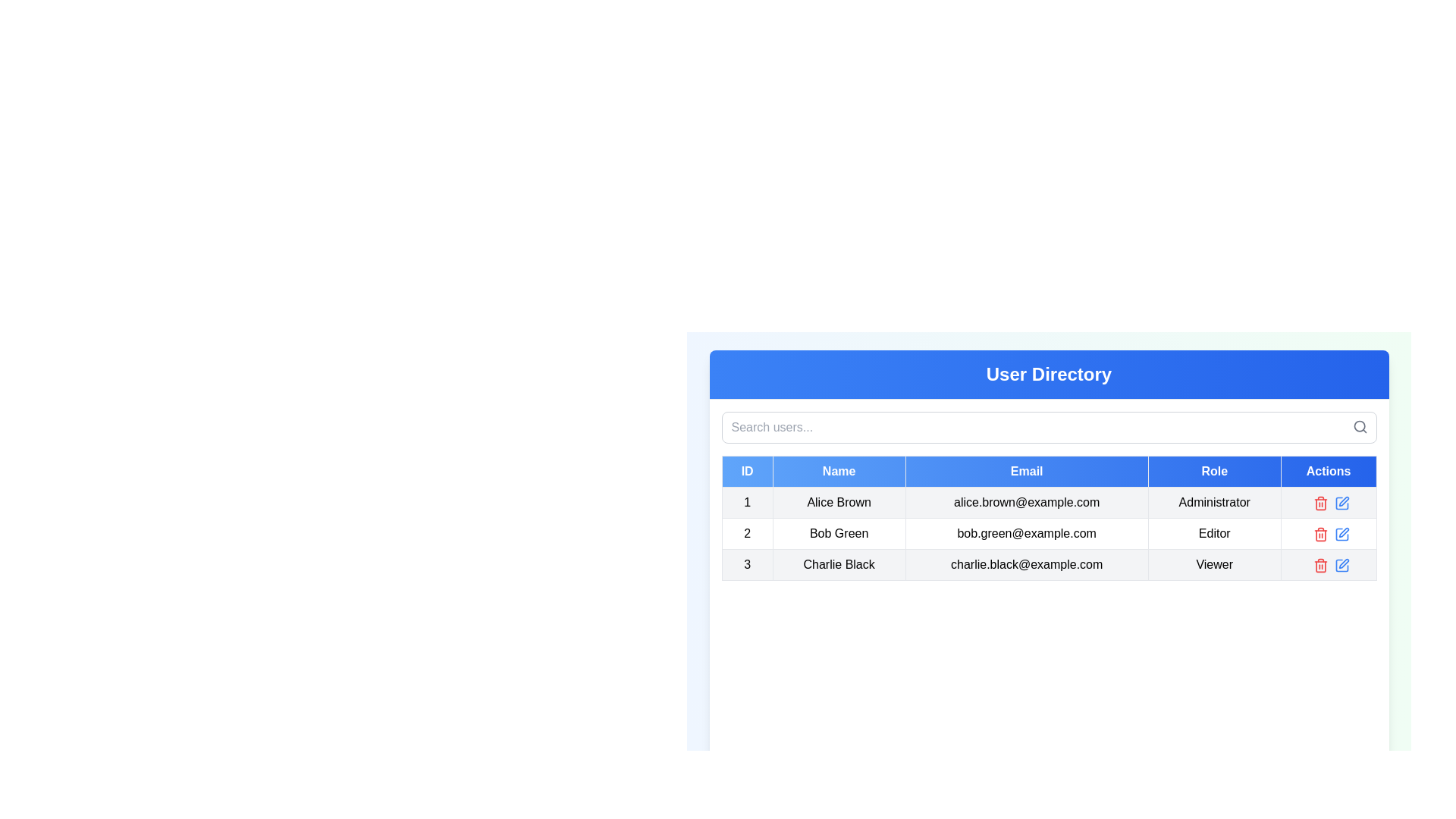 The width and height of the screenshot is (1456, 819). I want to click on the email address text label displaying 'alice.brown@example.com', so click(1027, 503).